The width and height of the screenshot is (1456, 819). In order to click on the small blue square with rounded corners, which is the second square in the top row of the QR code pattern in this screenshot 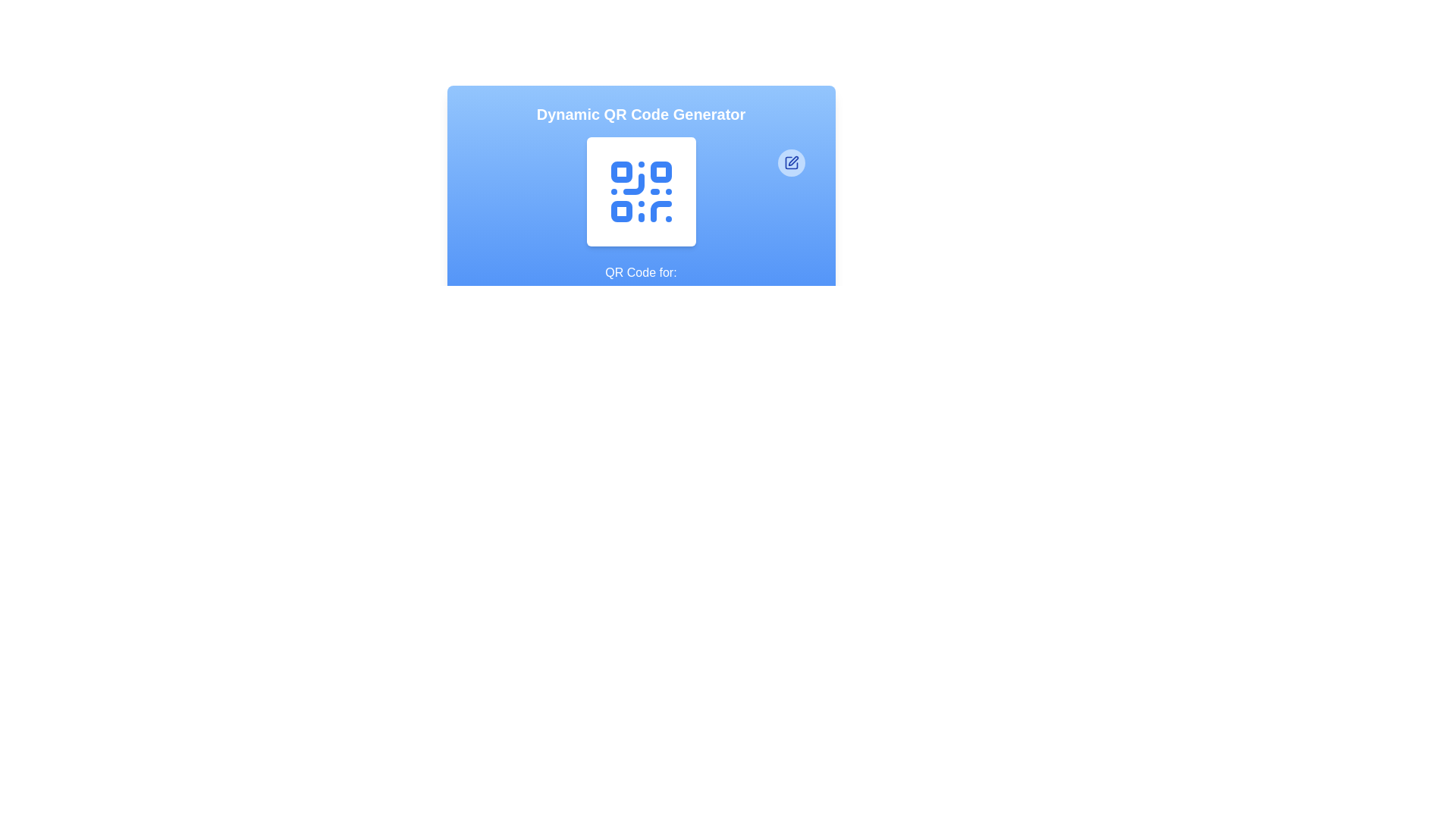, I will do `click(661, 171)`.